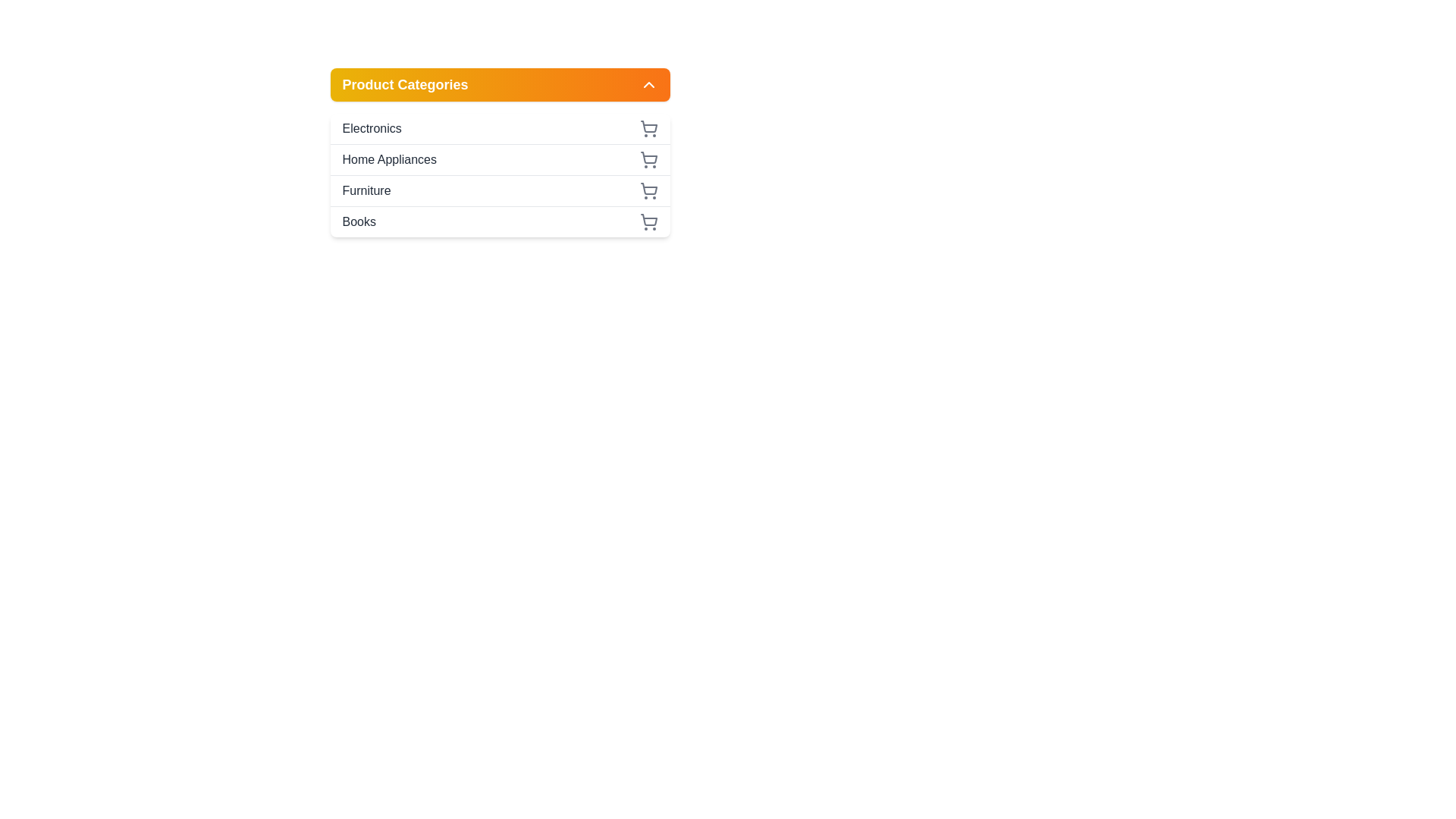 This screenshot has height=819, width=1456. Describe the element at coordinates (500, 159) in the screenshot. I see `the second List Item under 'Product Categories'` at that location.